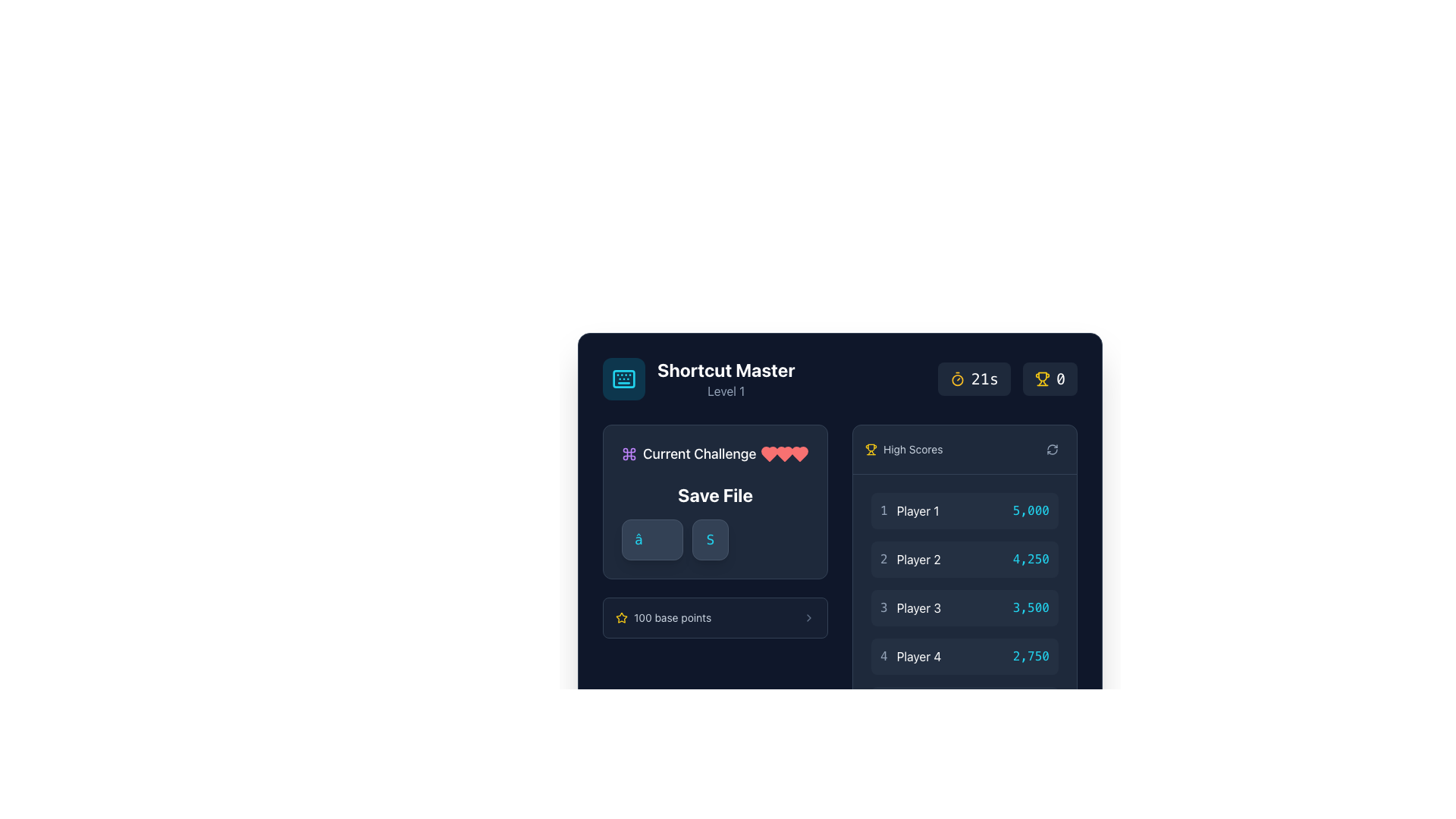 The width and height of the screenshot is (1456, 819). I want to click on the prominent yellow star-shaped icon located above a darker background and preceding the text '100 base points', so click(622, 617).